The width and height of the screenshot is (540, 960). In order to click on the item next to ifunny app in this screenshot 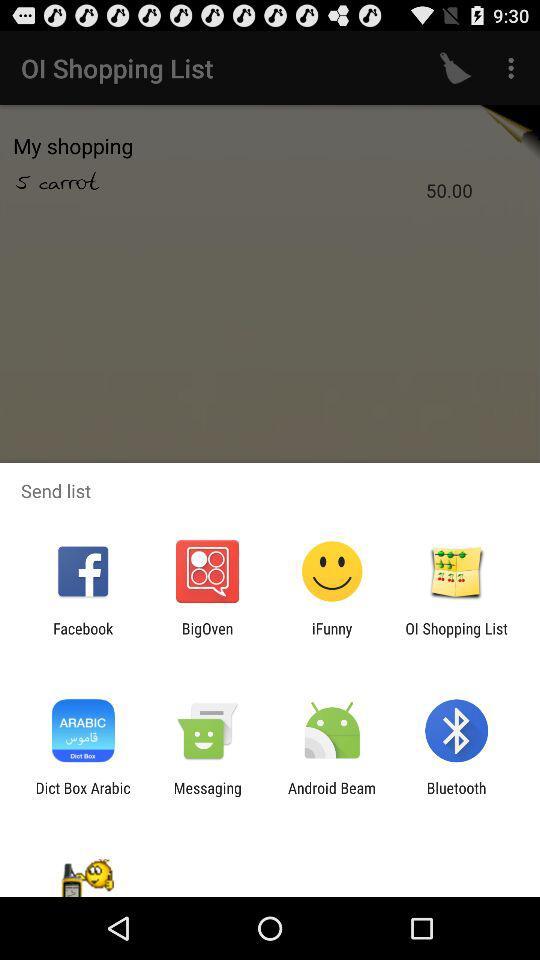, I will do `click(206, 636)`.